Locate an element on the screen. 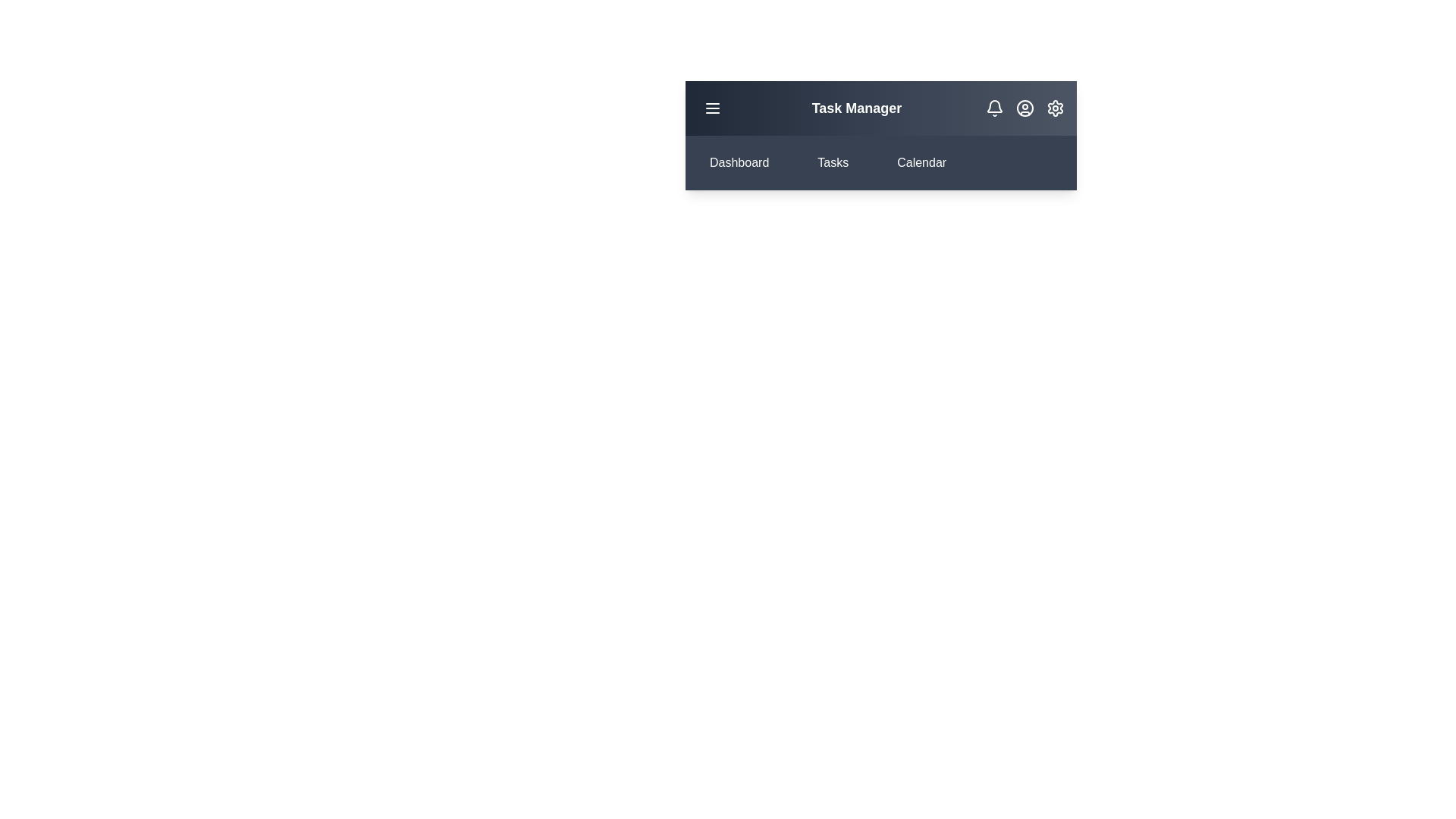  the 'Calendar' button in the navigation bar is located at coordinates (920, 163).